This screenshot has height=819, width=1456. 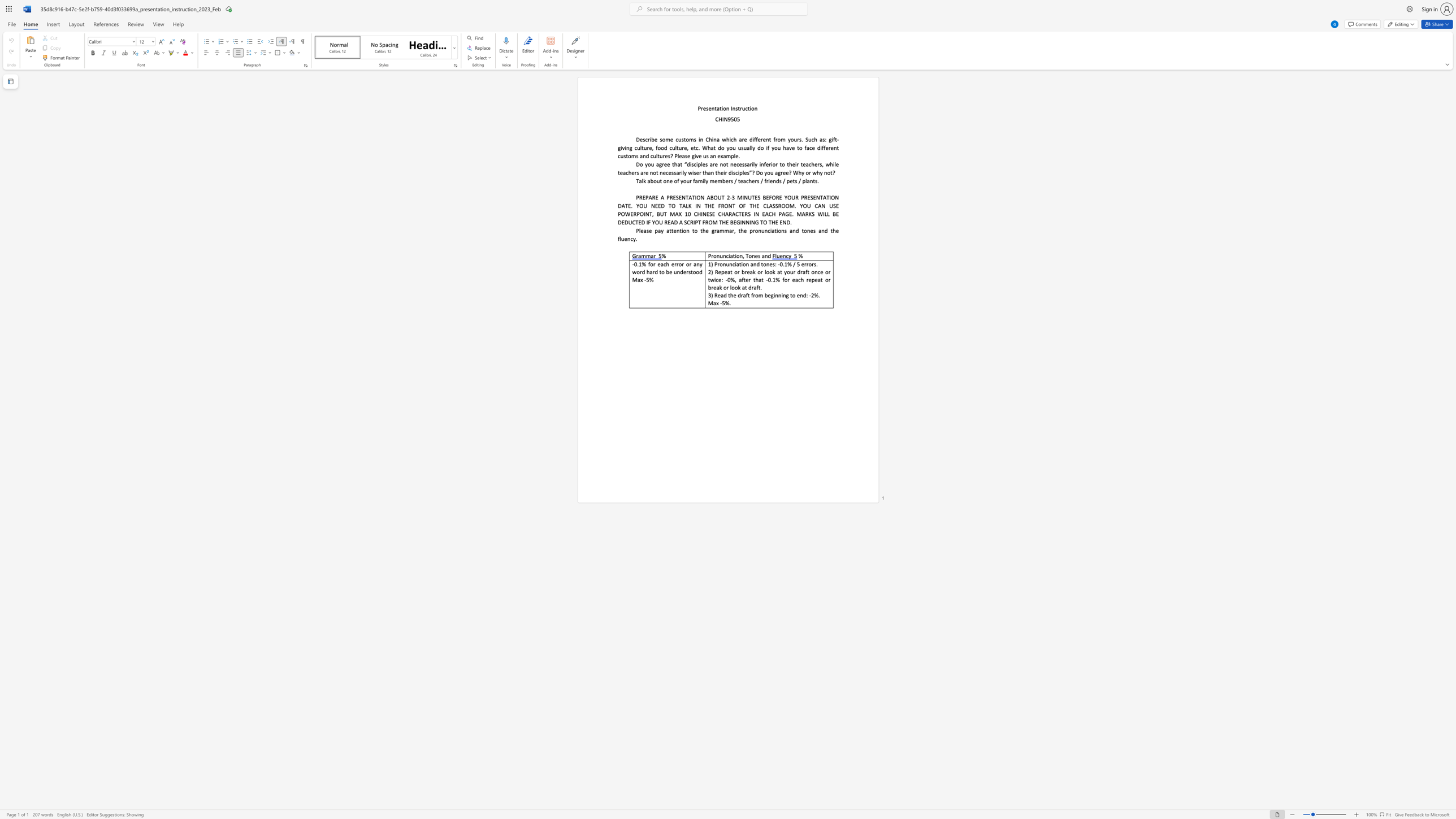 What do you see at coordinates (822, 230) in the screenshot?
I see `the 8th character "n" in the text` at bounding box center [822, 230].